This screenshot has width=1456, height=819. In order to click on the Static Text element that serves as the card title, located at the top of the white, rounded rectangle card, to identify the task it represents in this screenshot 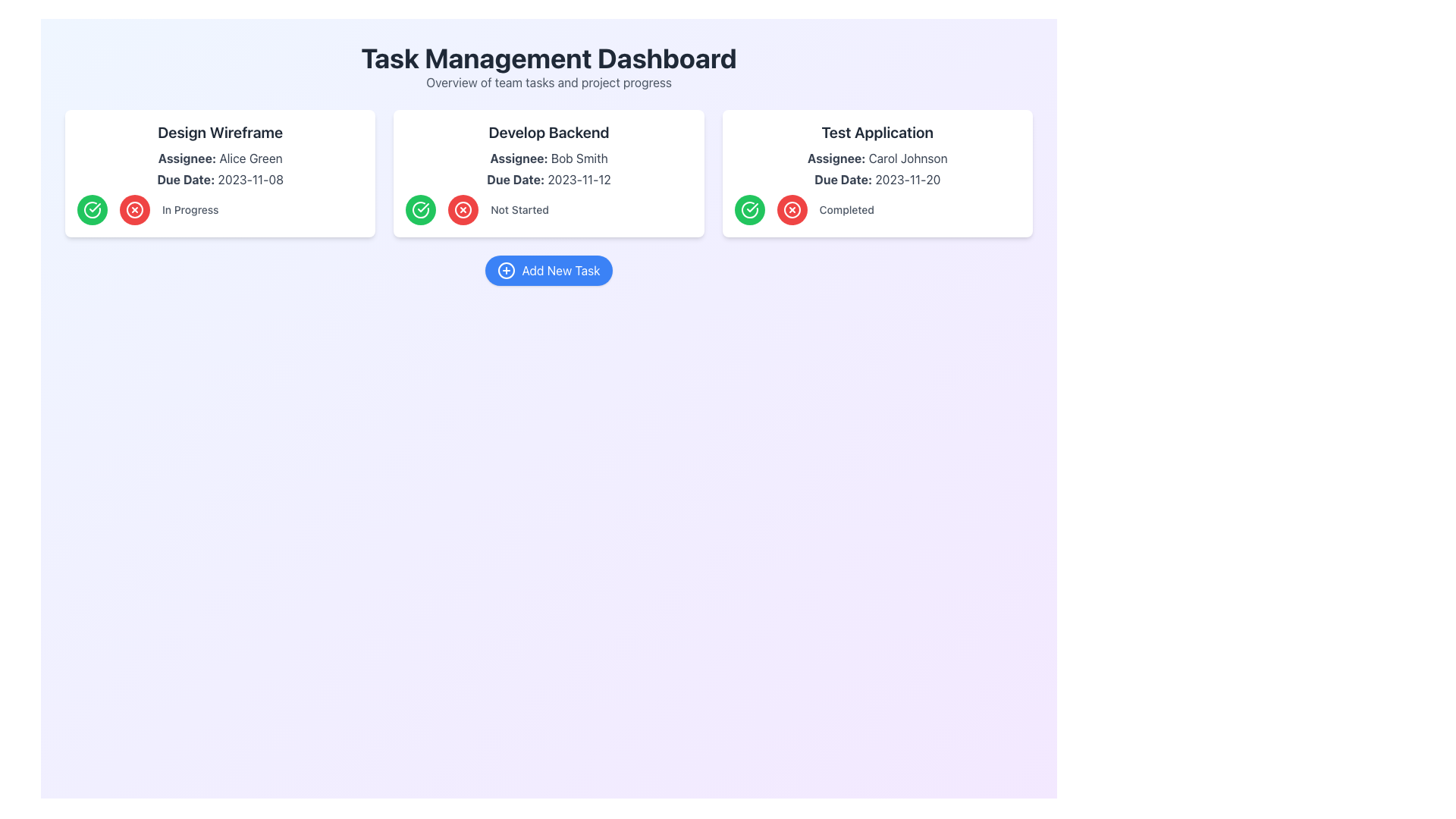, I will do `click(219, 131)`.